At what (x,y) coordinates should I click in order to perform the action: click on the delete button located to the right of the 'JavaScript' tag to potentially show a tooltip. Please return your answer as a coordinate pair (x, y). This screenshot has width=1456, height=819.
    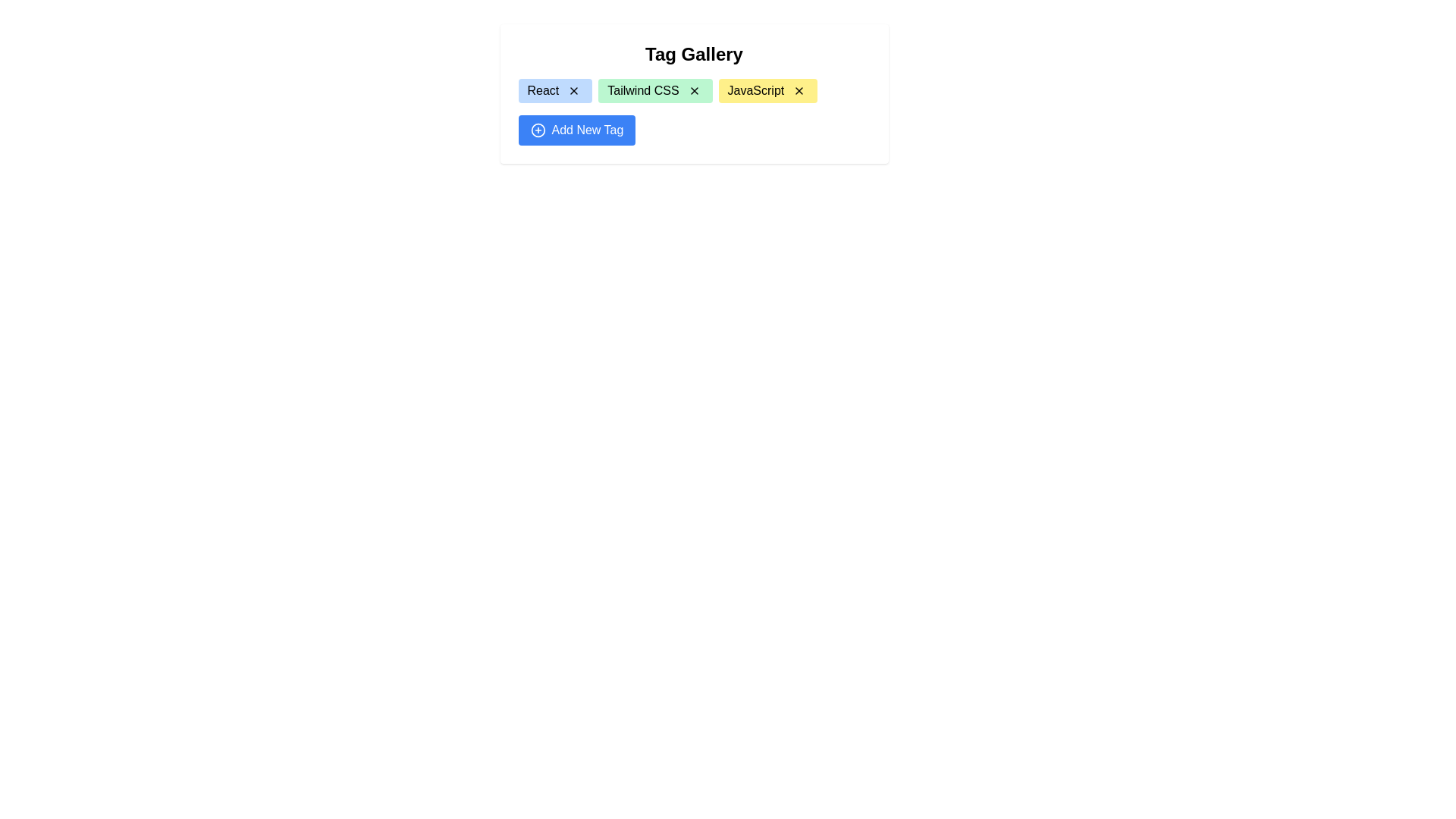
    Looking at the image, I should click on (799, 90).